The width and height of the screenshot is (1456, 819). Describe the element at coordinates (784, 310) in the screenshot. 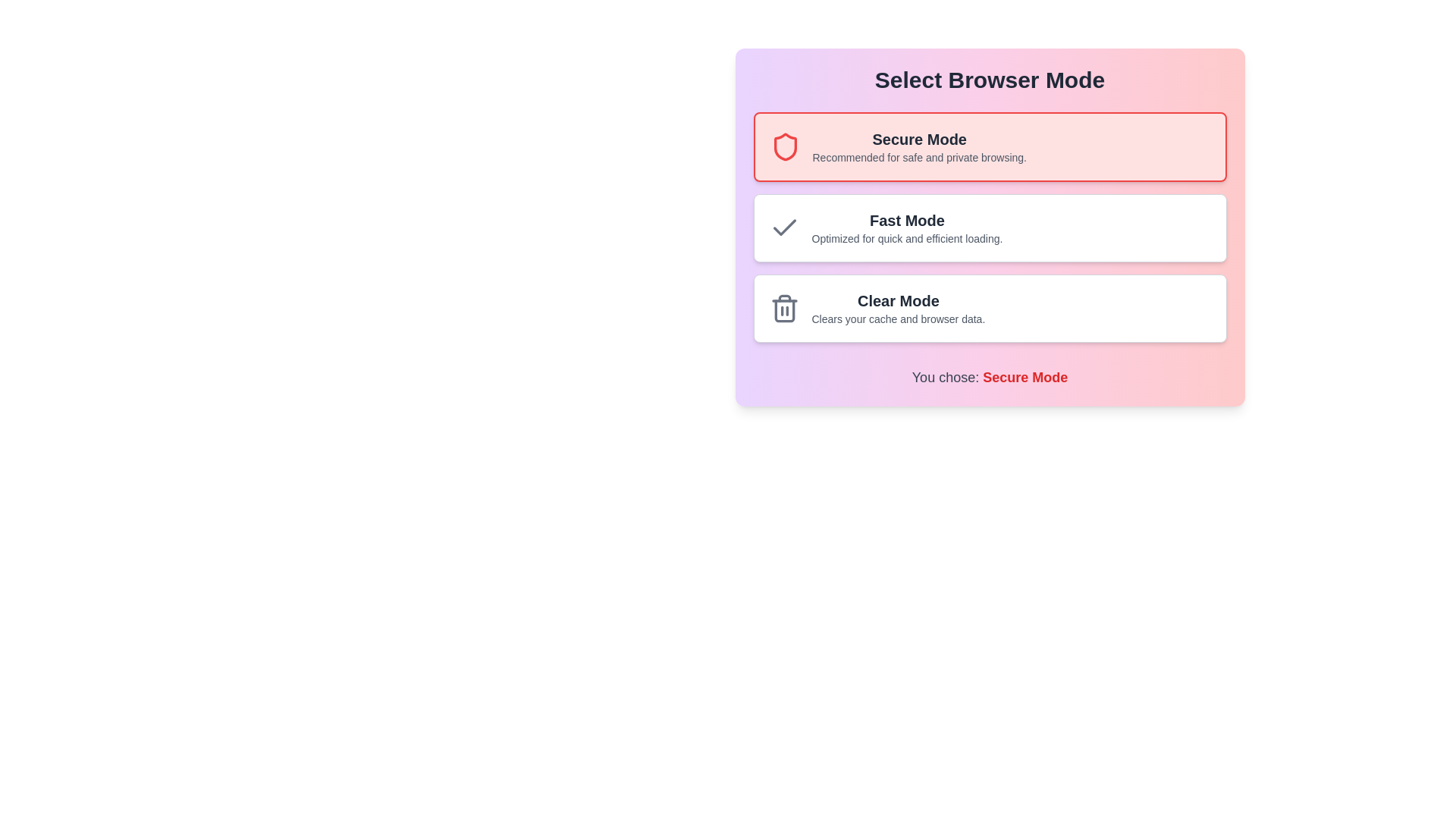

I see `the 'Clear Mode' icon located at the bottom section of the 'Select Browser Mode' card layout, which is represented visually to signal the clearing of cache and browser data` at that location.